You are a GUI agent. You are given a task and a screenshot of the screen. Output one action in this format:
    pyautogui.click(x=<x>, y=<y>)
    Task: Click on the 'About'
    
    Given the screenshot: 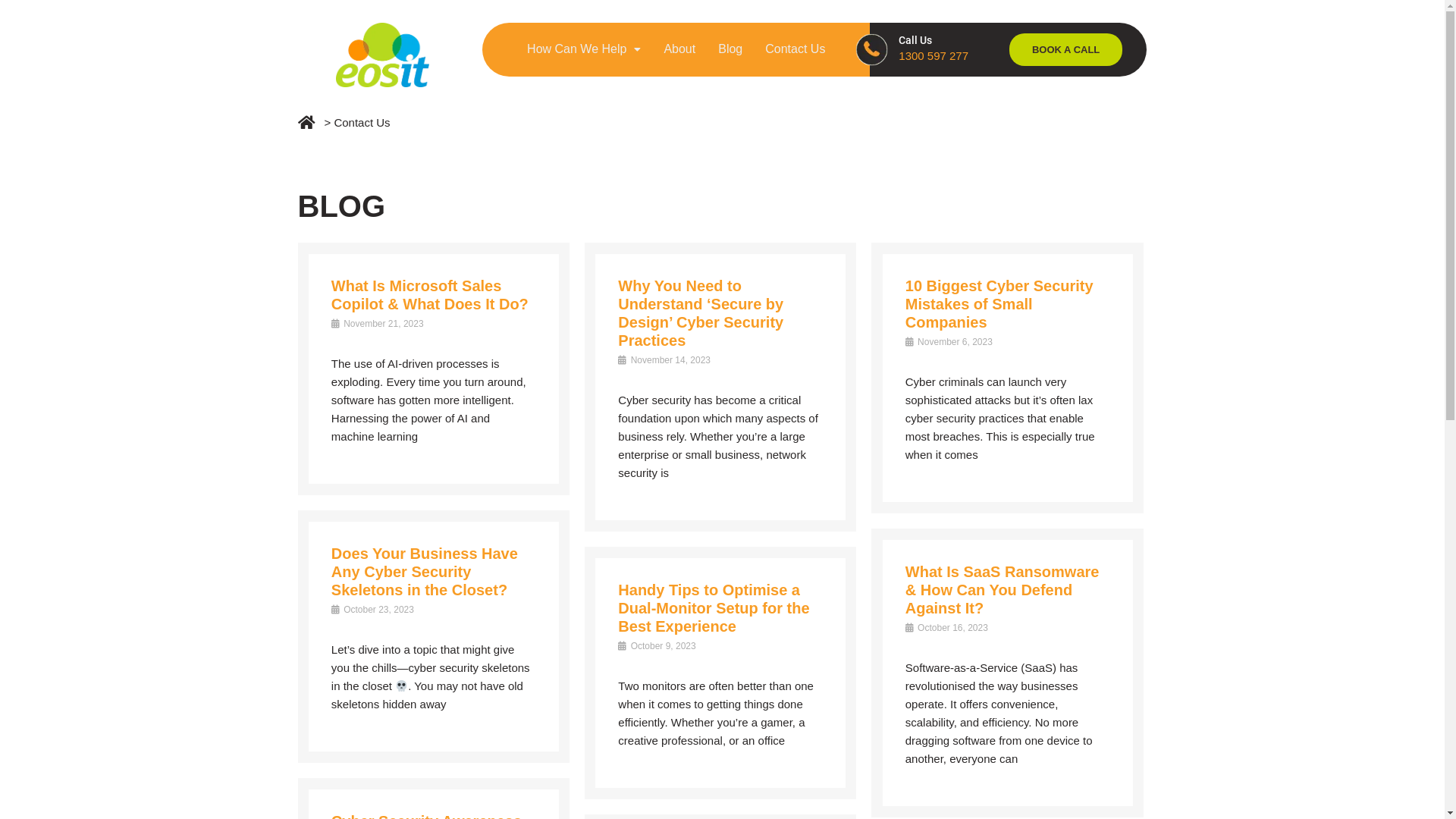 What is the action you would take?
    pyautogui.click(x=651, y=49)
    